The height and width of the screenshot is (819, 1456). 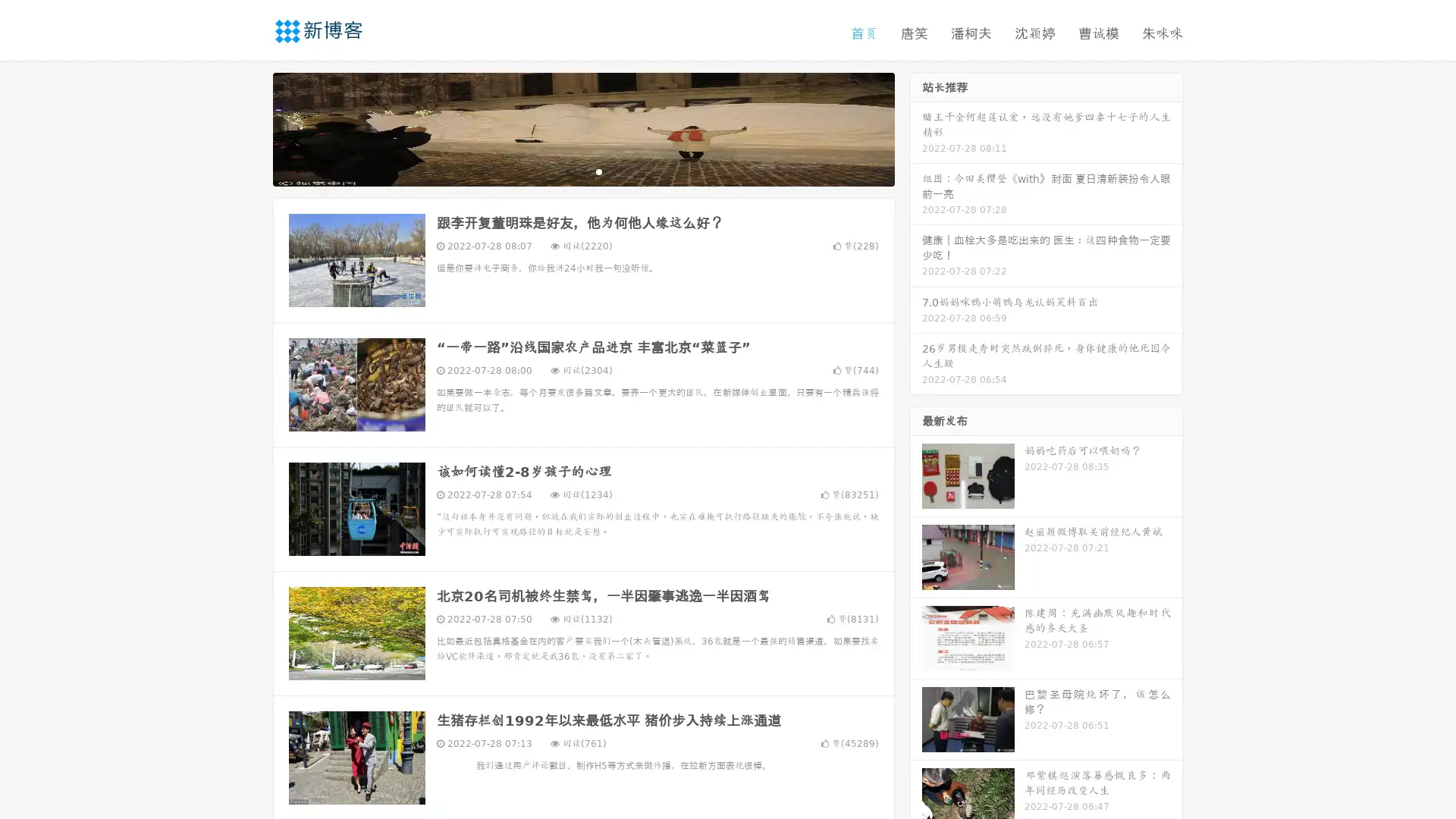 I want to click on Previous slide, so click(x=250, y=127).